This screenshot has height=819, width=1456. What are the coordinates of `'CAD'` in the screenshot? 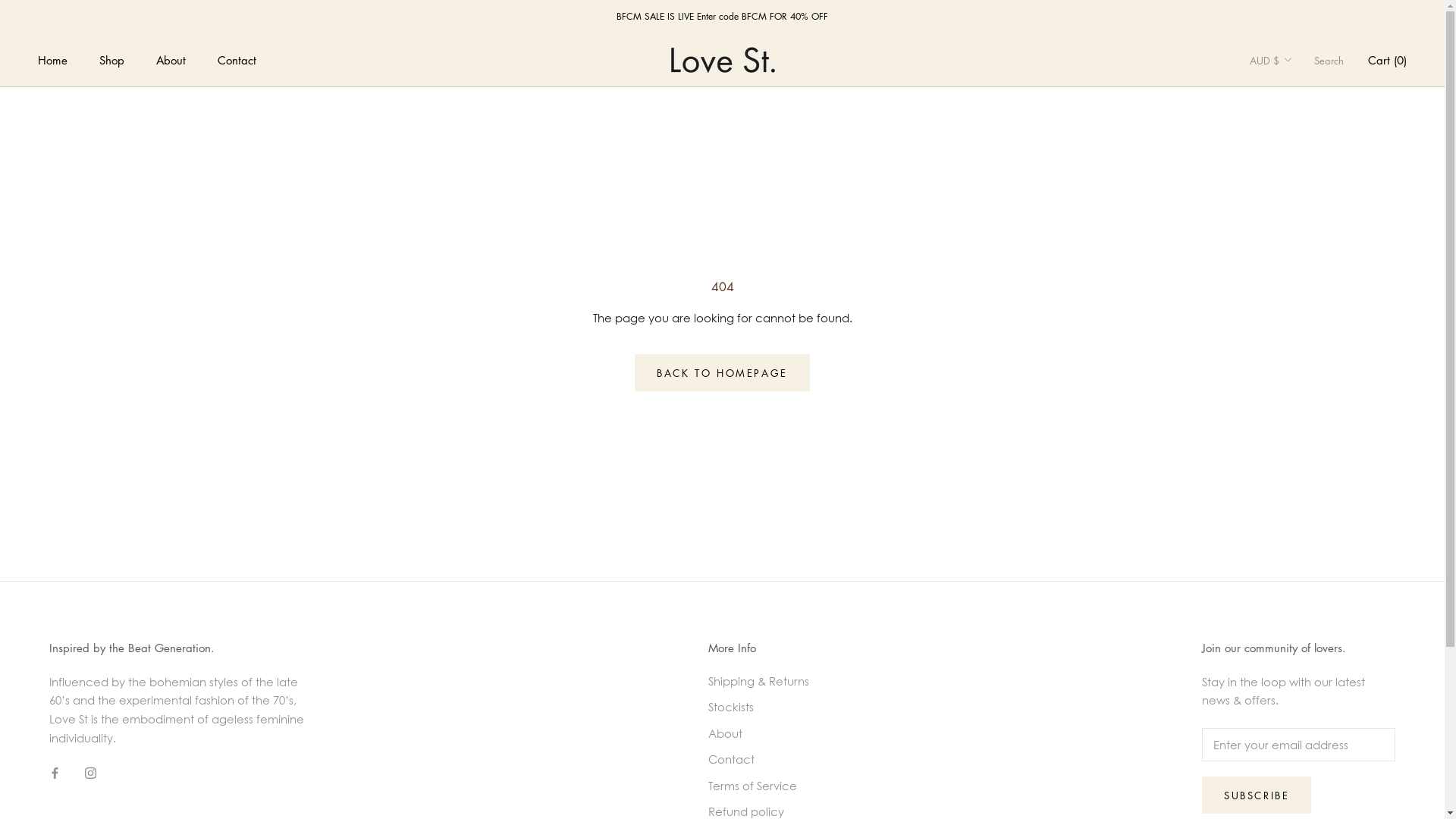 It's located at (1294, 523).